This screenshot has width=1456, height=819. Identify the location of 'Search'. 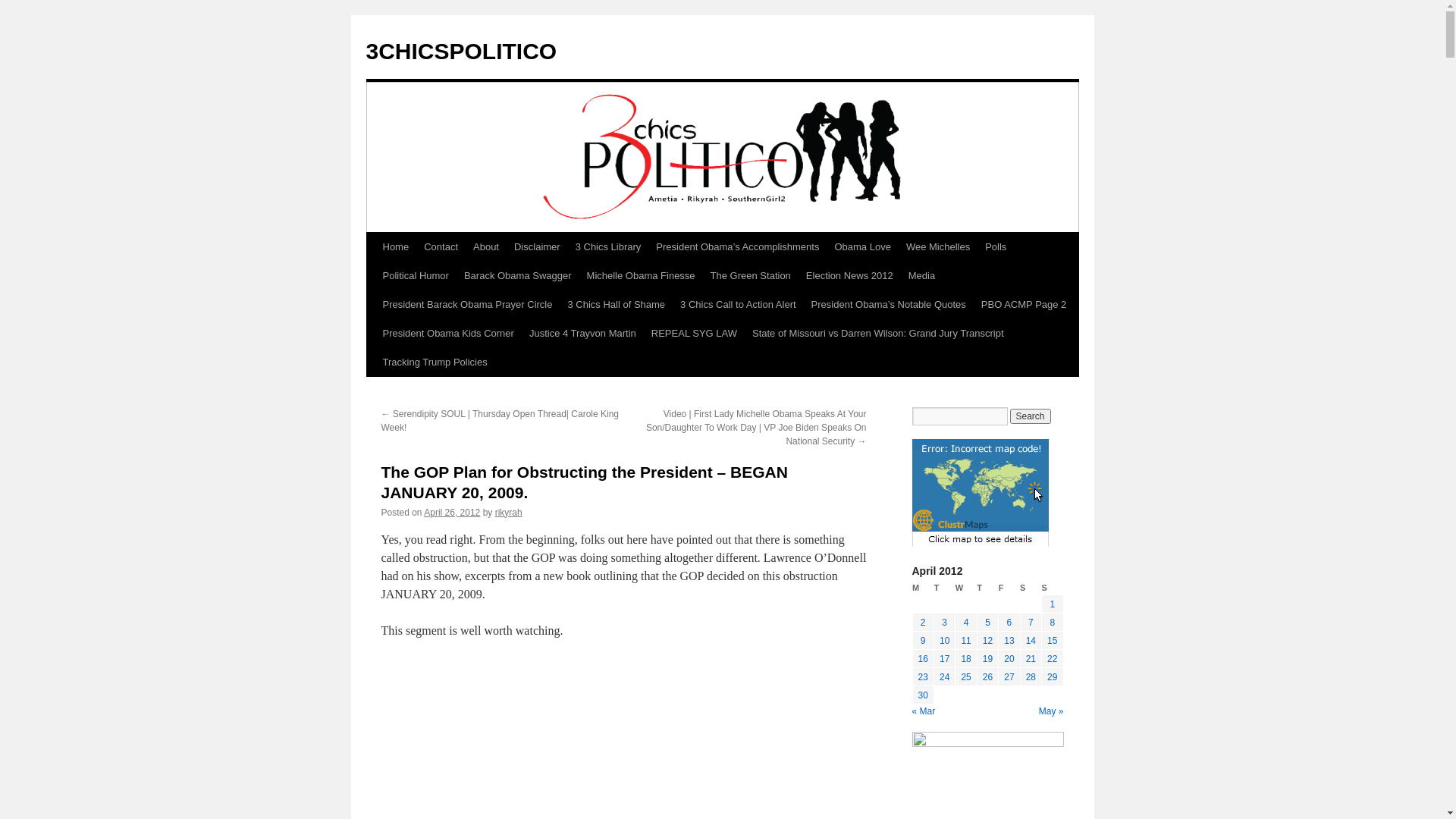
(1030, 416).